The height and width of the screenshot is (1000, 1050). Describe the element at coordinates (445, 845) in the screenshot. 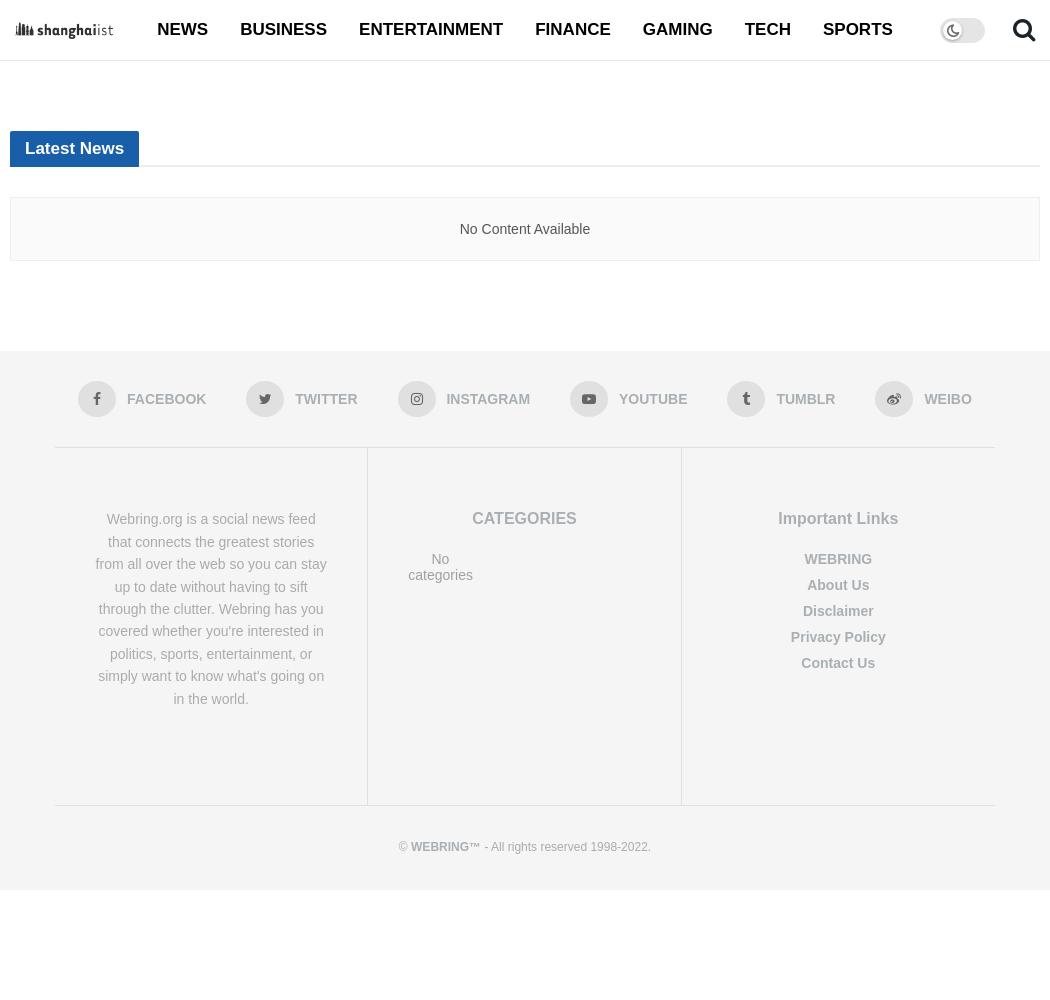

I see `'WEBRING™'` at that location.